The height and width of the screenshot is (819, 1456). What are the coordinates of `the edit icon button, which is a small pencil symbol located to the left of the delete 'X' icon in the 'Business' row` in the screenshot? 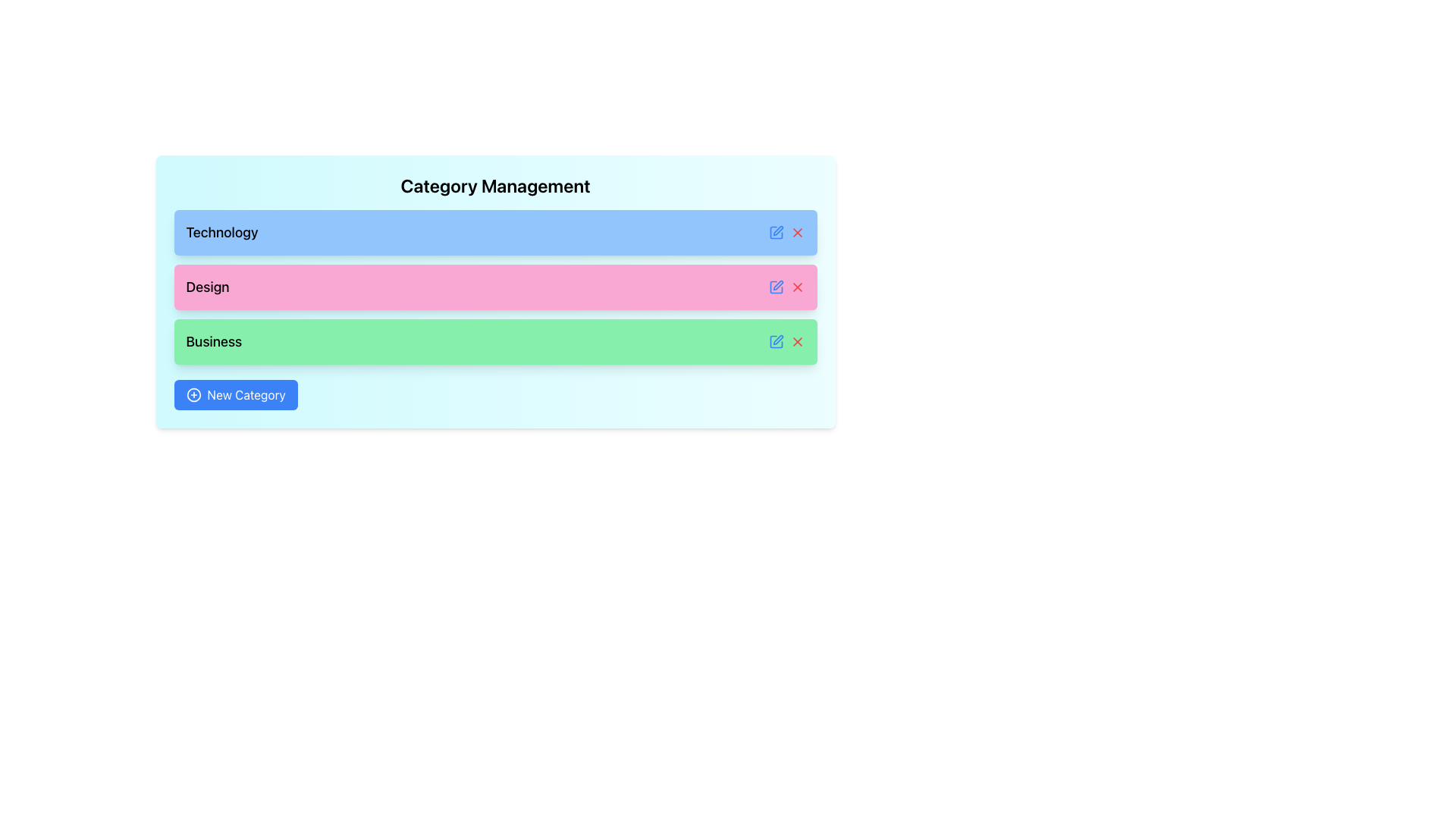 It's located at (777, 338).